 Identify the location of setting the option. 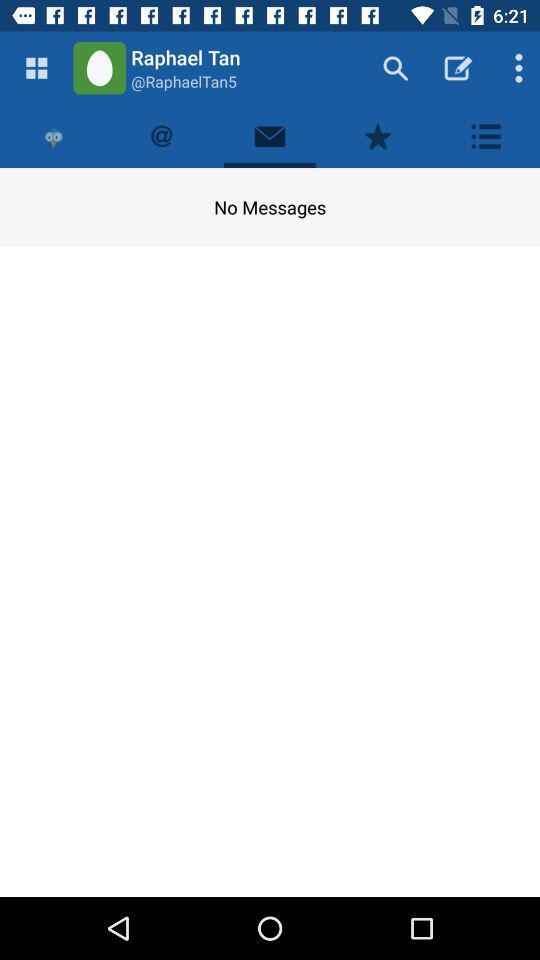
(485, 135).